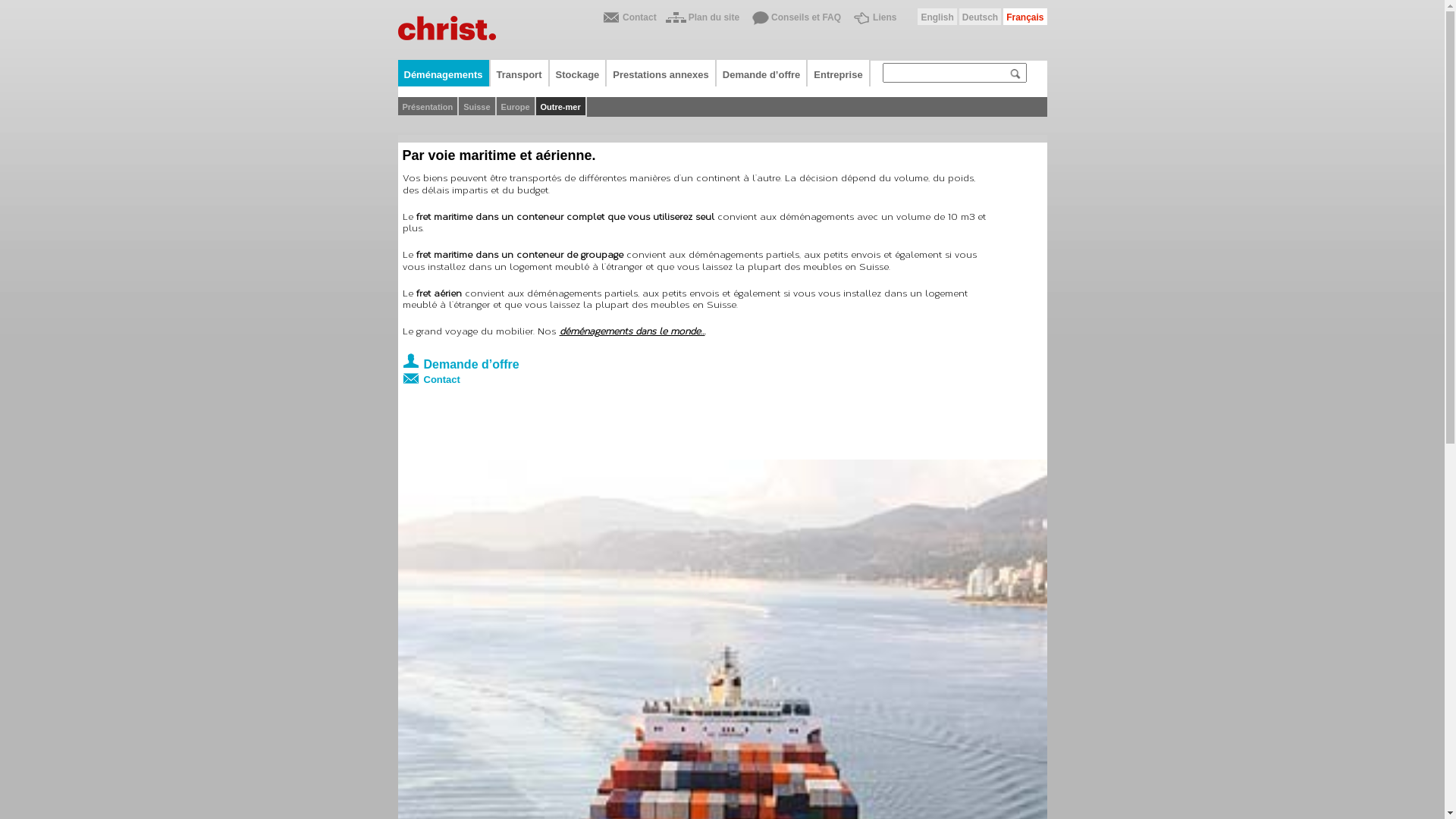 The image size is (1456, 819). What do you see at coordinates (980, 17) in the screenshot?
I see `'Deutsch'` at bounding box center [980, 17].